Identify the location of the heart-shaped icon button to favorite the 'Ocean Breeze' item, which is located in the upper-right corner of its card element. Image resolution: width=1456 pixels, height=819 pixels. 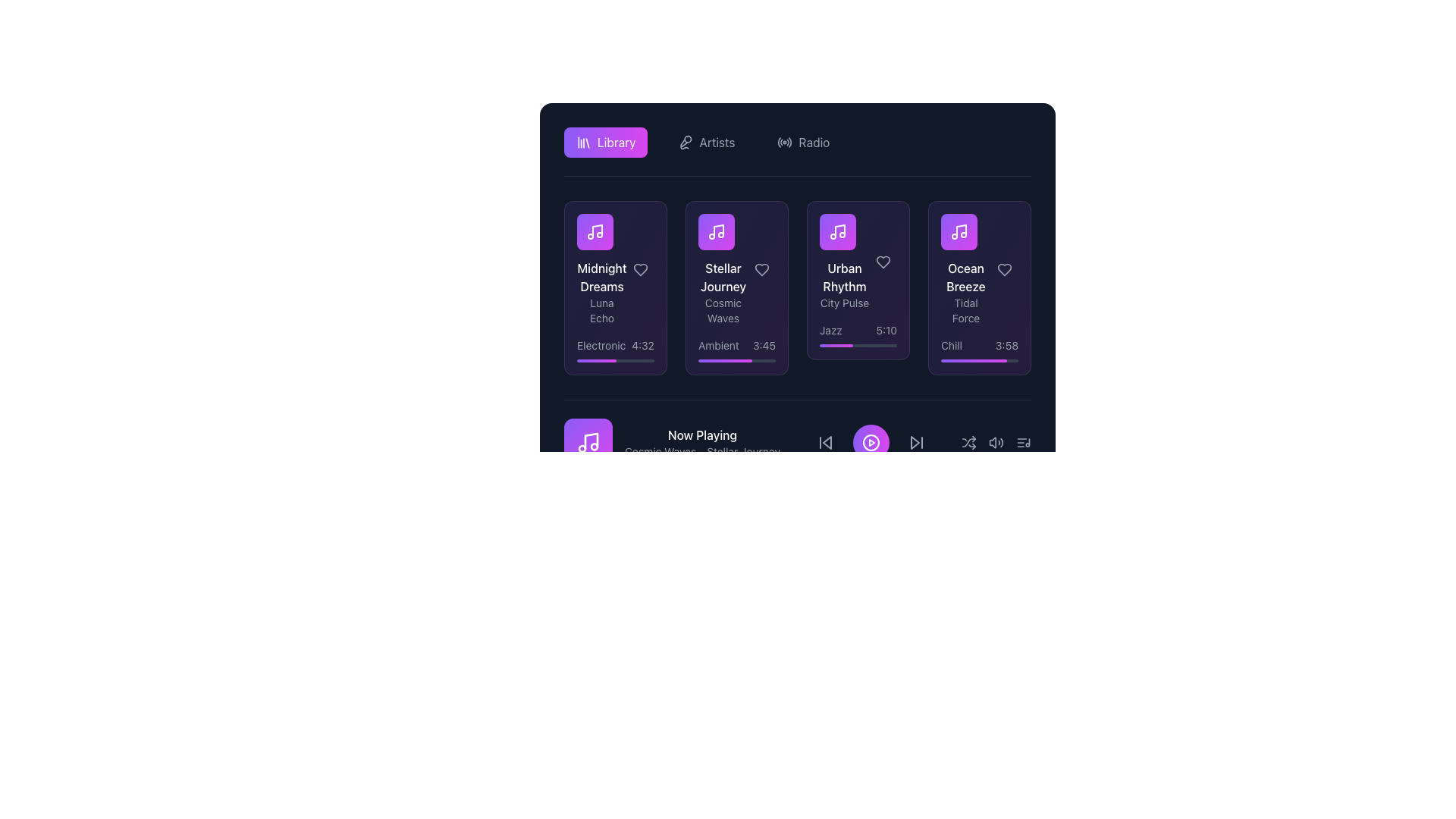
(1004, 268).